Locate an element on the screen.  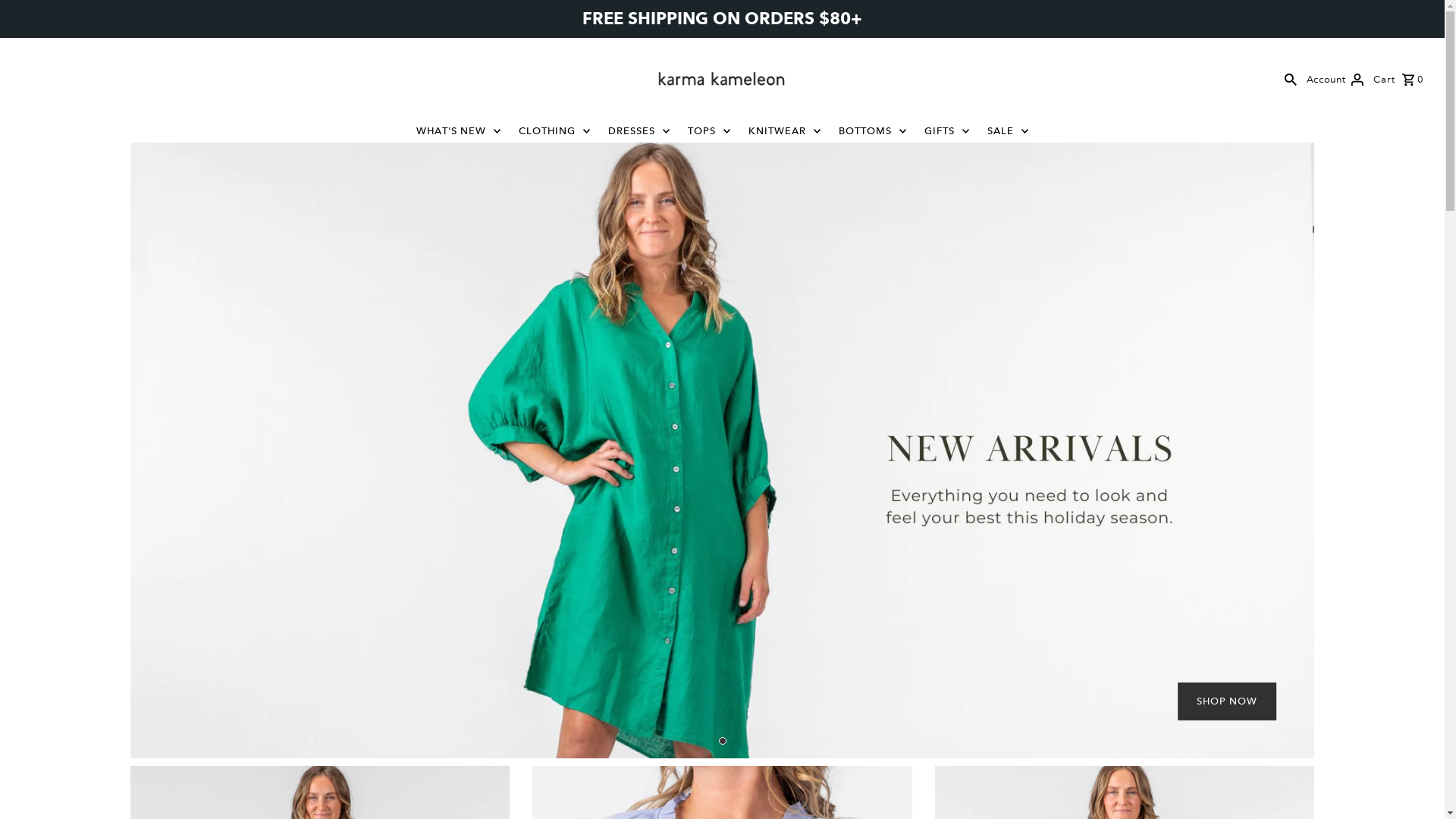
'DRESSES' is located at coordinates (639, 130).